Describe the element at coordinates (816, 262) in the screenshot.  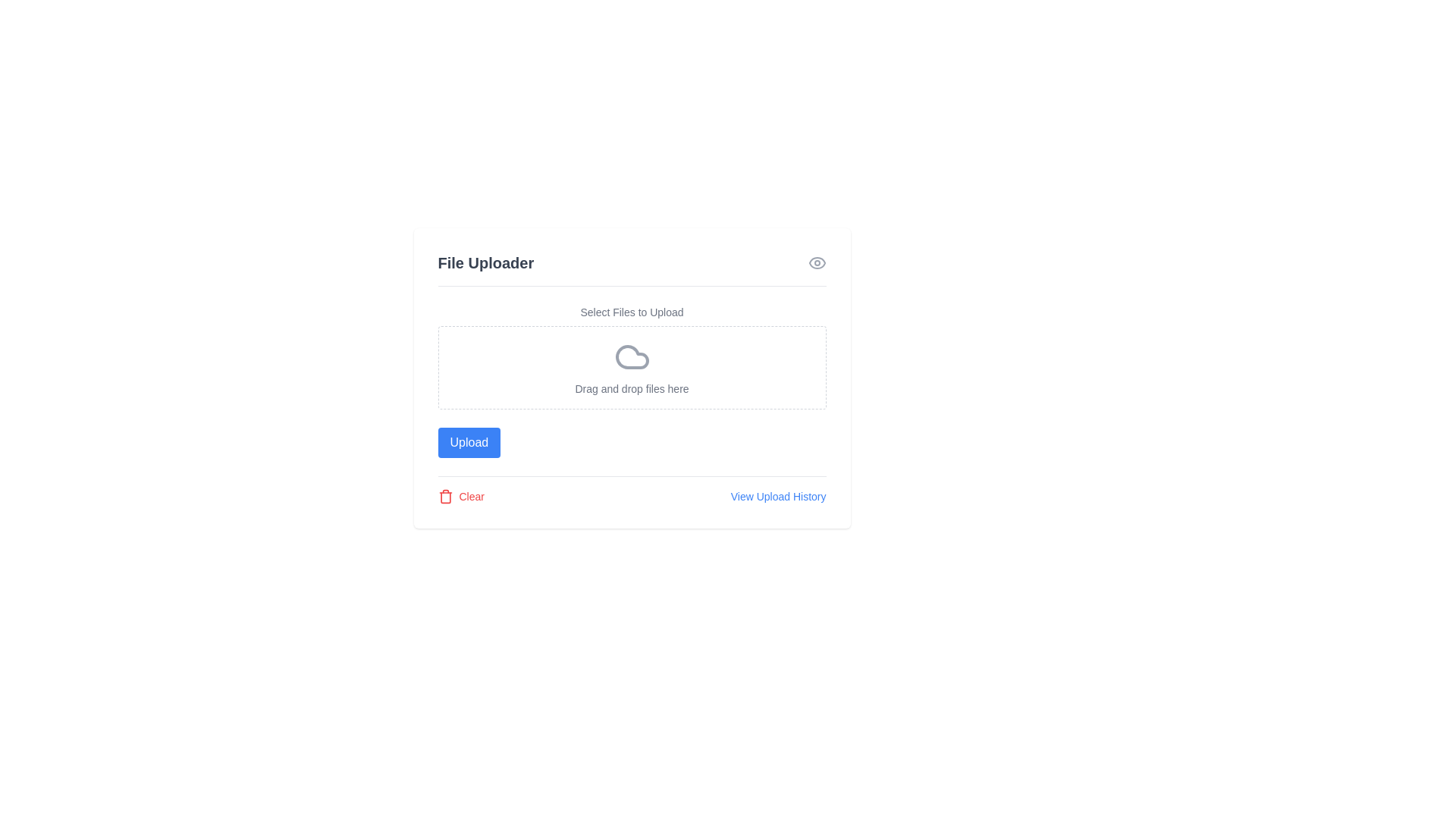
I see `the visibility toggle icon located at the top-right corner of the 'File Uploader' section` at that location.